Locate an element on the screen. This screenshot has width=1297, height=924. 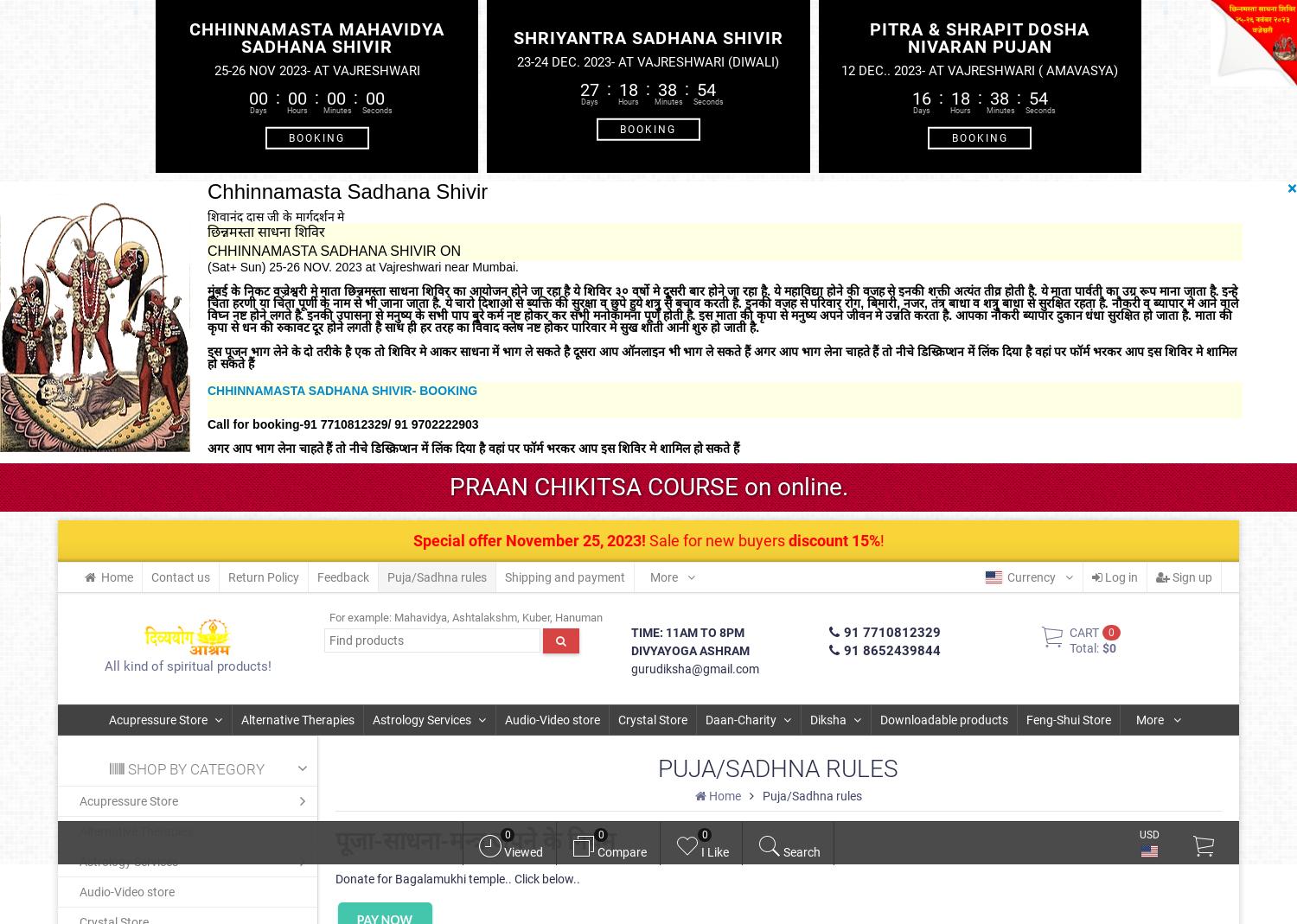
'Donate for Bagalamukhi temple.. Click below..' is located at coordinates (457, 879).